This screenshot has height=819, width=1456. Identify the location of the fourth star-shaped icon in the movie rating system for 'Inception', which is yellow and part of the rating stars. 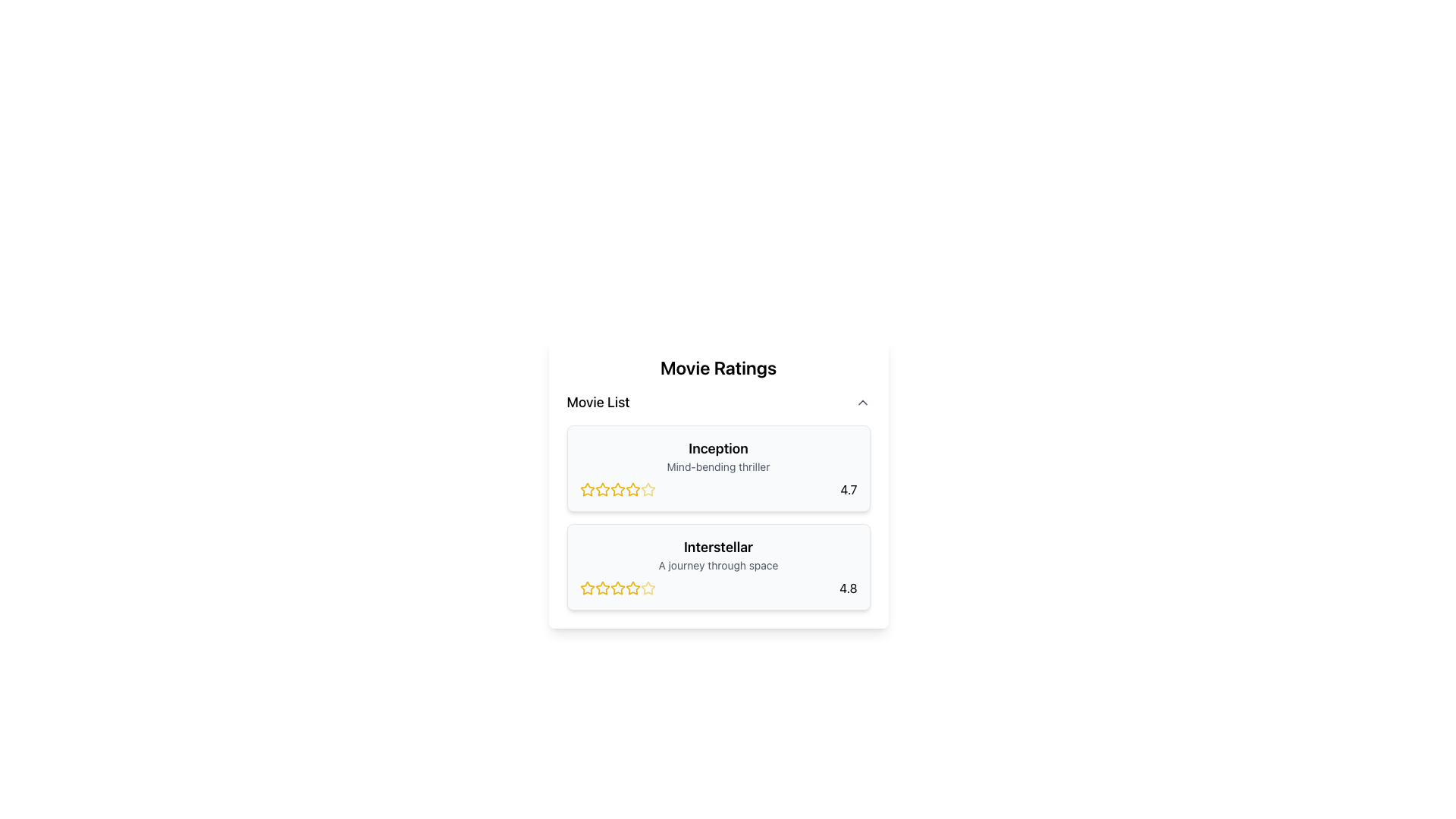
(617, 489).